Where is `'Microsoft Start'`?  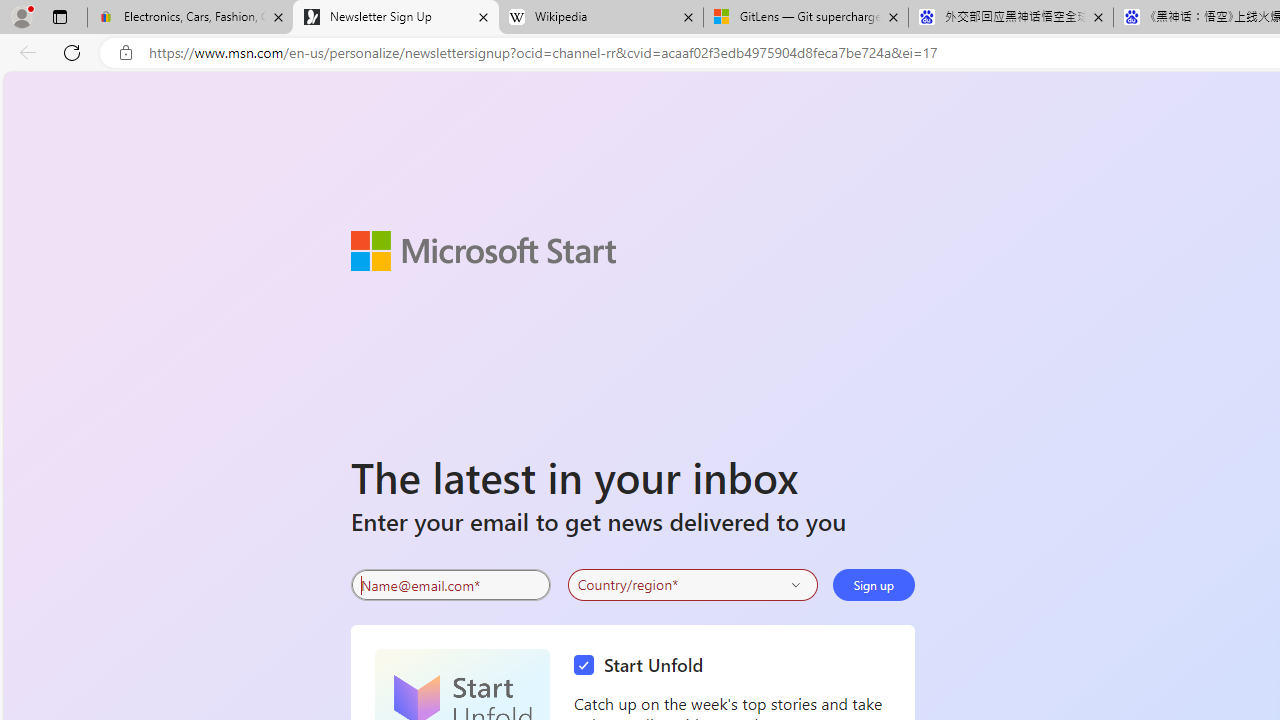 'Microsoft Start' is located at coordinates (483, 249).